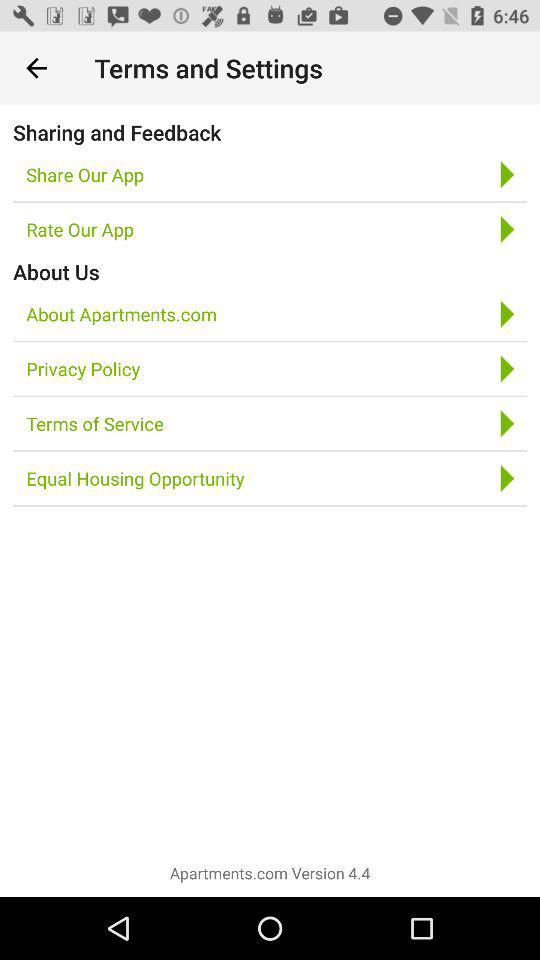 The width and height of the screenshot is (540, 960). I want to click on the item above about apartments.com icon, so click(56, 270).